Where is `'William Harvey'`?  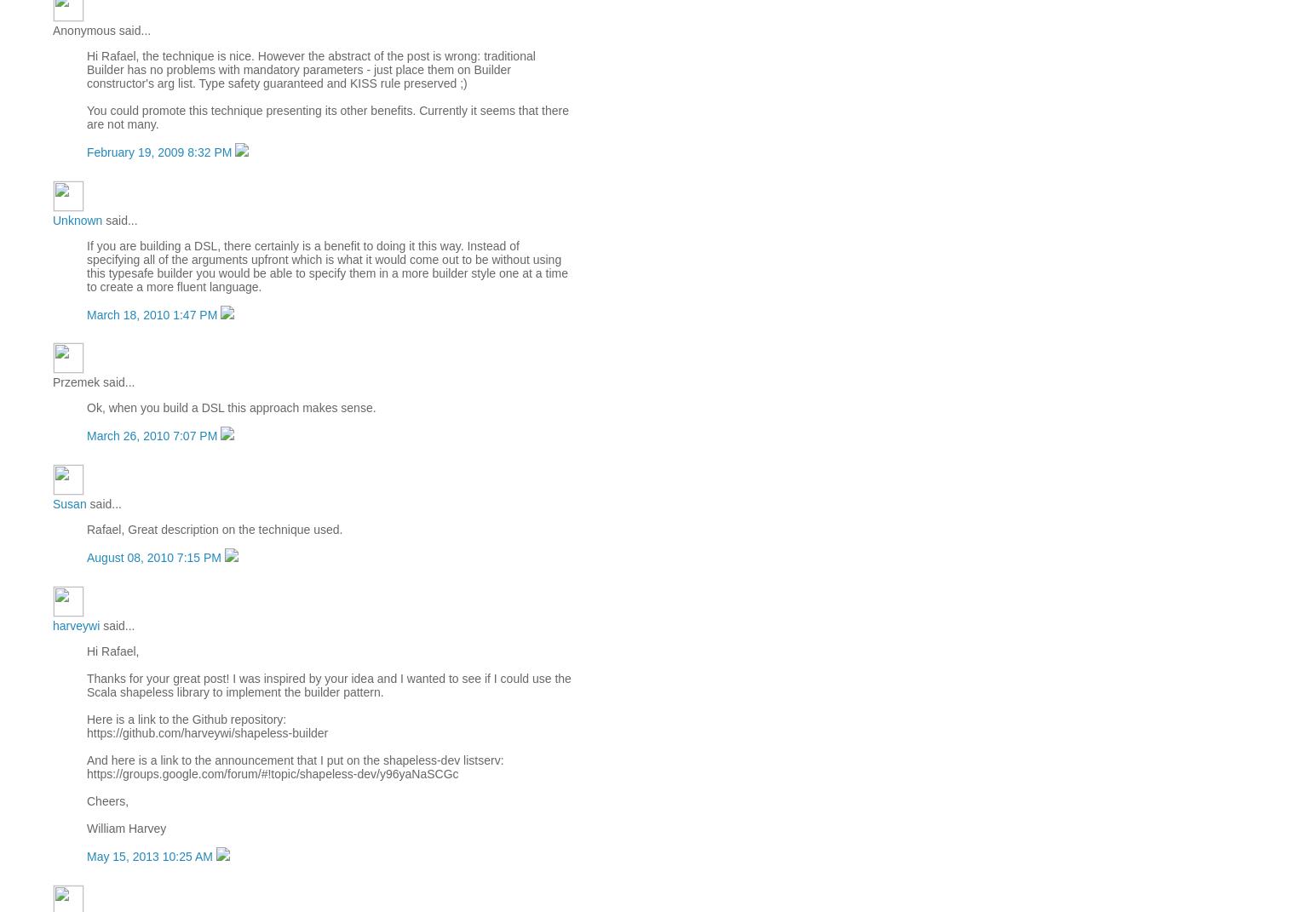
'William Harvey' is located at coordinates (125, 828).